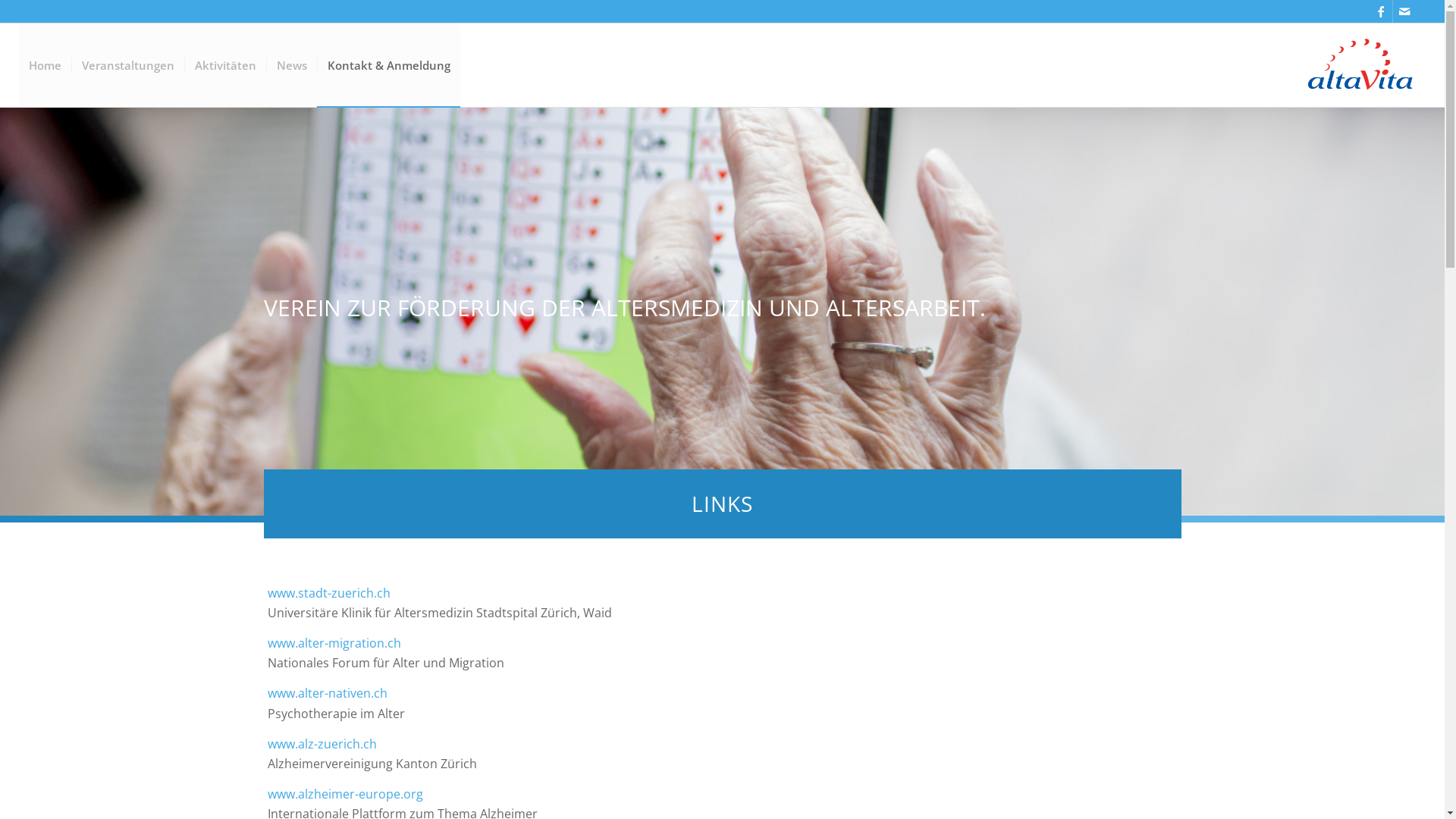 The width and height of the screenshot is (1456, 819). I want to click on 'www.stadt-zuerich.ch', so click(327, 592).